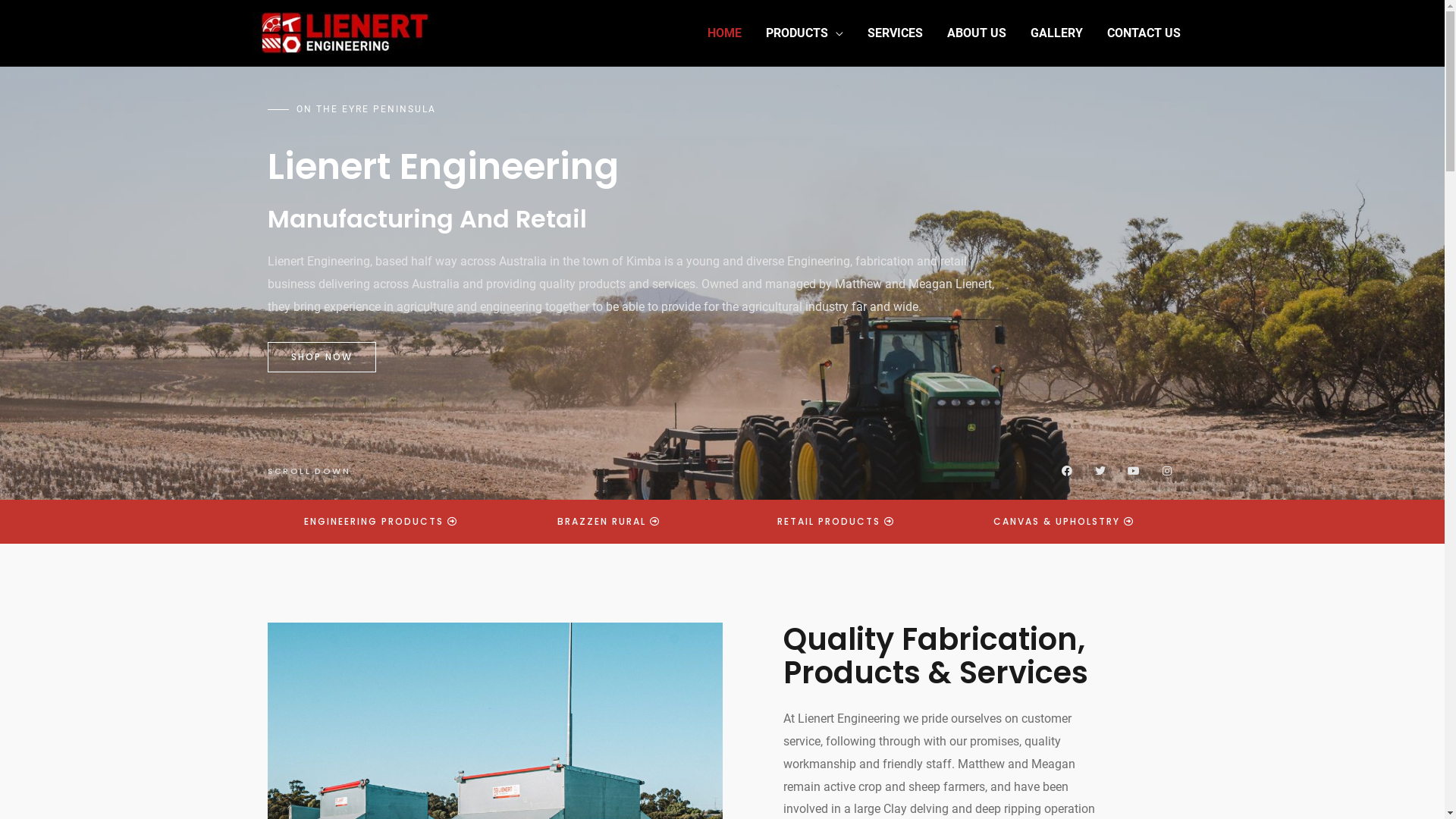  Describe the element at coordinates (1062, 520) in the screenshot. I see `'CANVAS & UPHOLSTRY'` at that location.